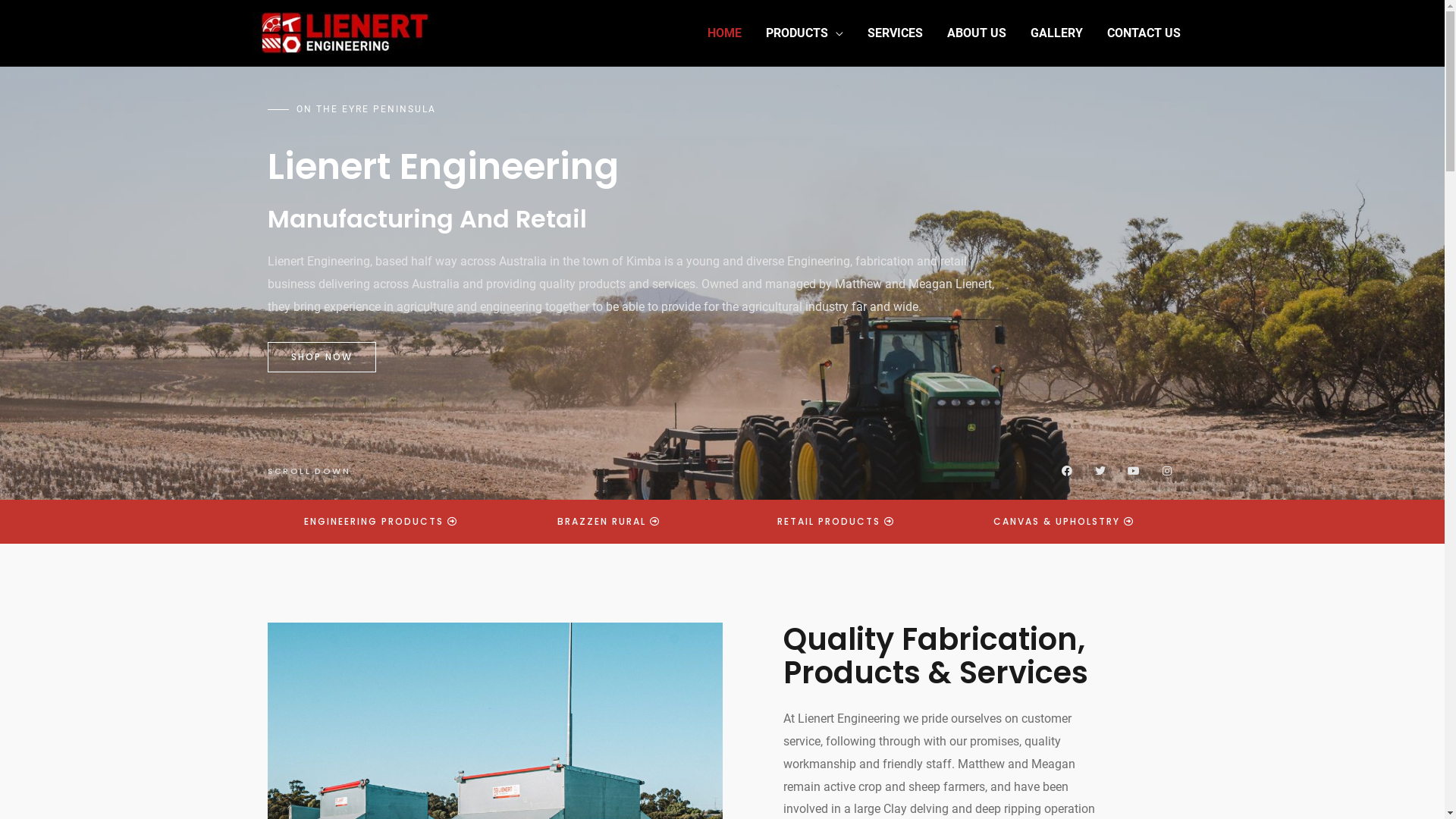  Describe the element at coordinates (1062, 520) in the screenshot. I see `'CANVAS & UPHOLSTRY'` at that location.